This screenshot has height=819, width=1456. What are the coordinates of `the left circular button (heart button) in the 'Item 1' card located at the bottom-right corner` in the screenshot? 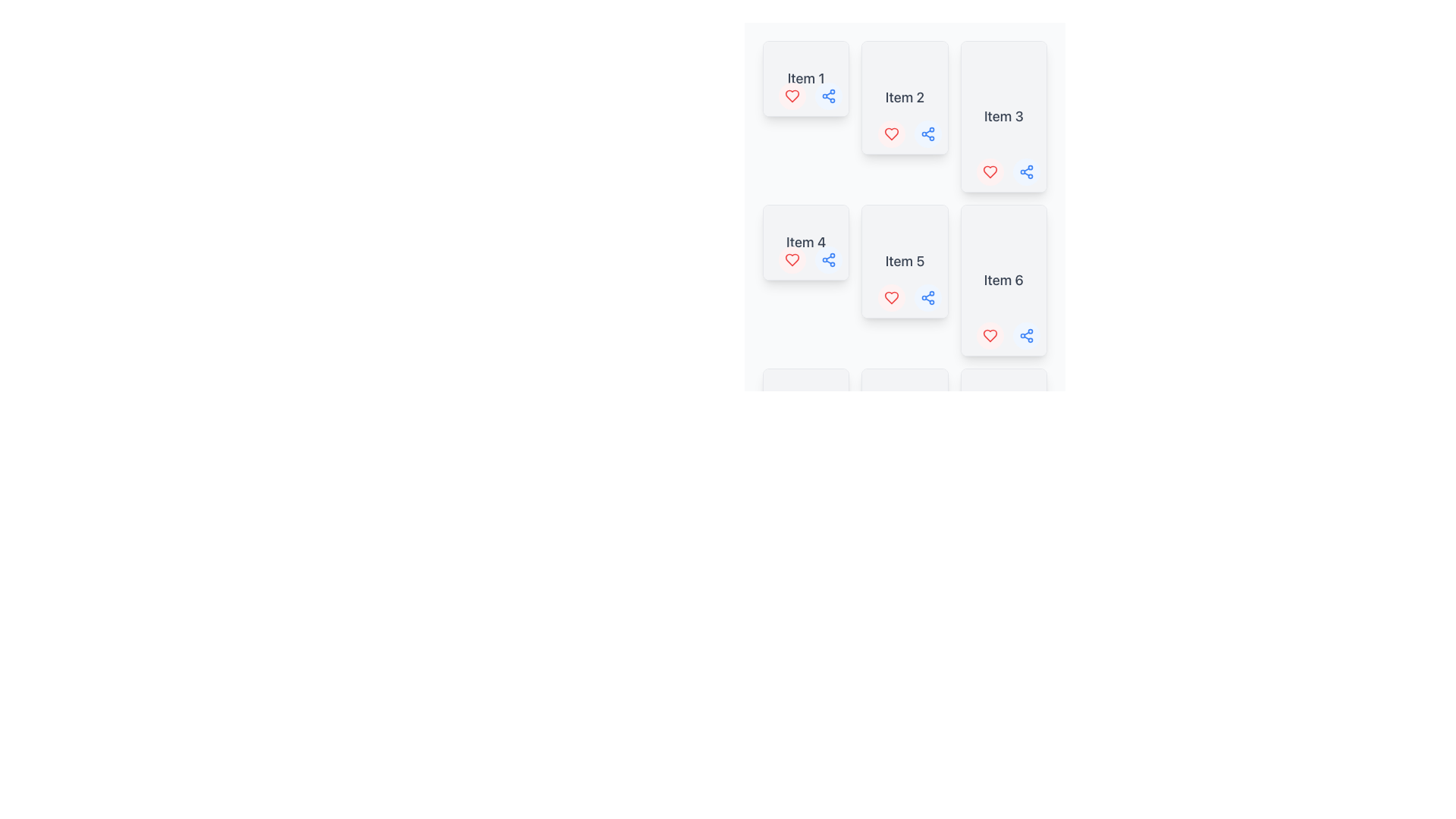 It's located at (810, 96).